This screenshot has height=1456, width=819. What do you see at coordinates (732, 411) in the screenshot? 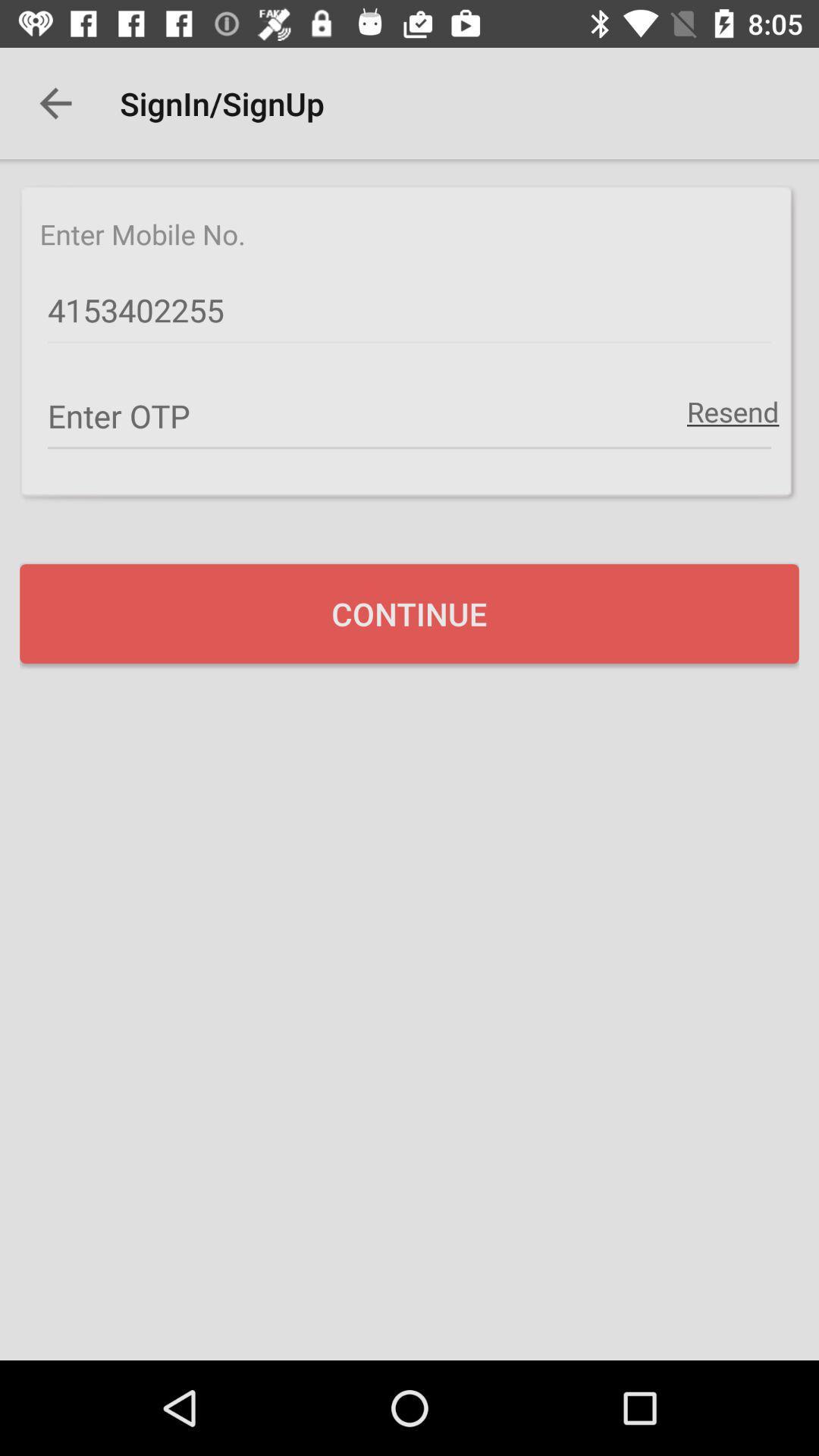
I see `item at the top right corner` at bounding box center [732, 411].